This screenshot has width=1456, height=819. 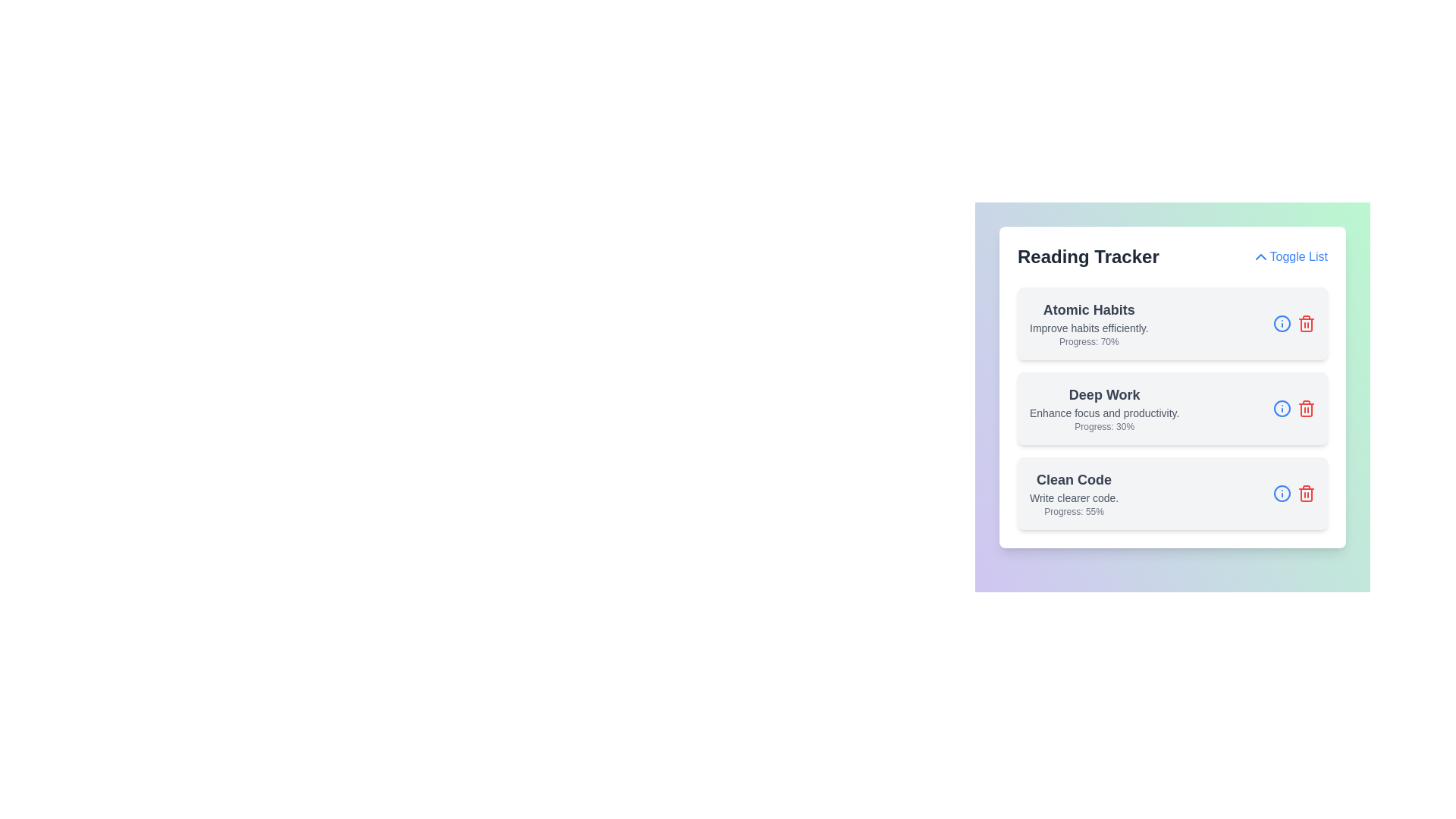 I want to click on the red trash bin icon button located on the far right side of the first task in the 'Reading Tracker' section, so click(x=1306, y=323).